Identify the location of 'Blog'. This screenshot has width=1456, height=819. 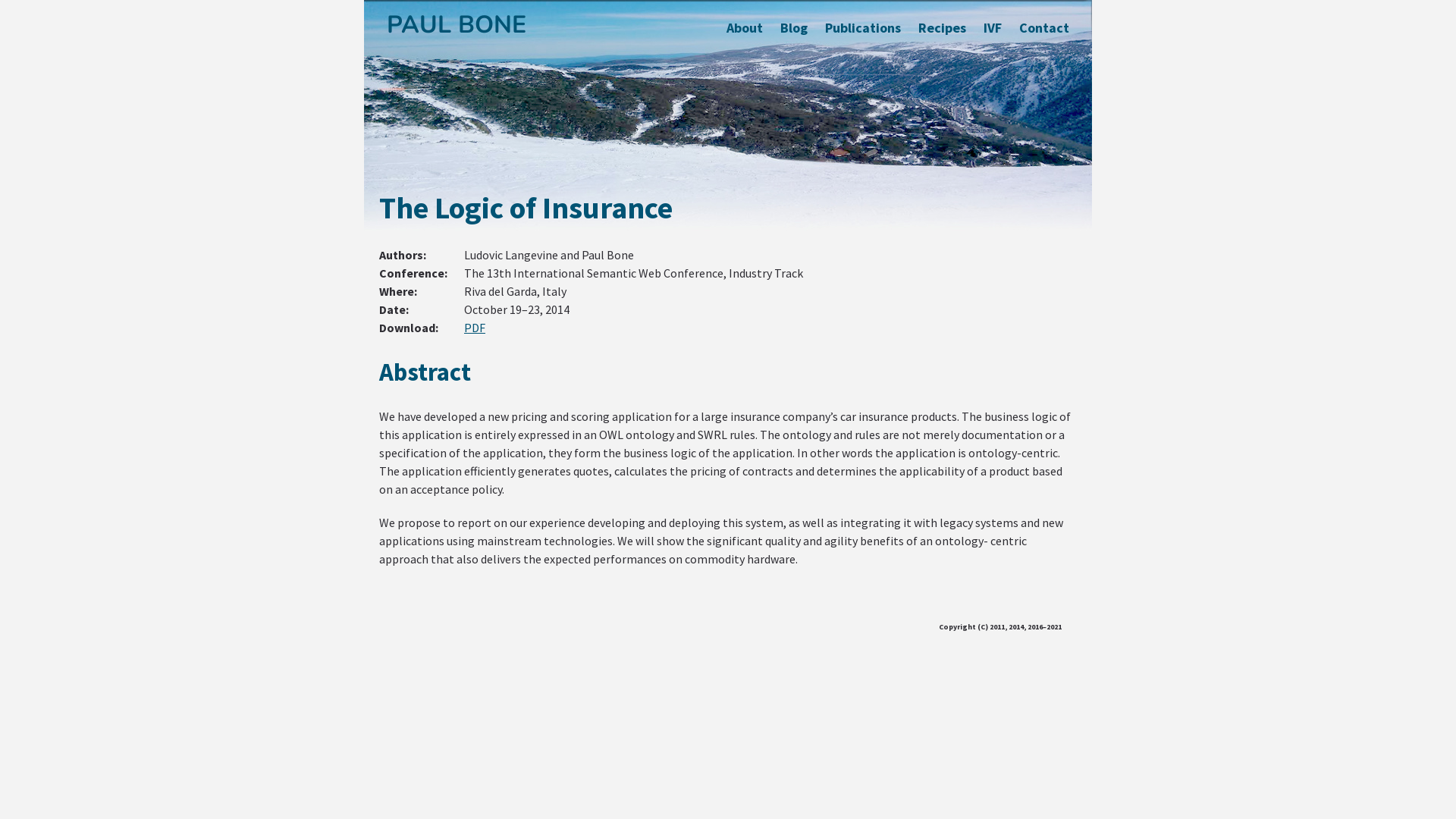
(780, 27).